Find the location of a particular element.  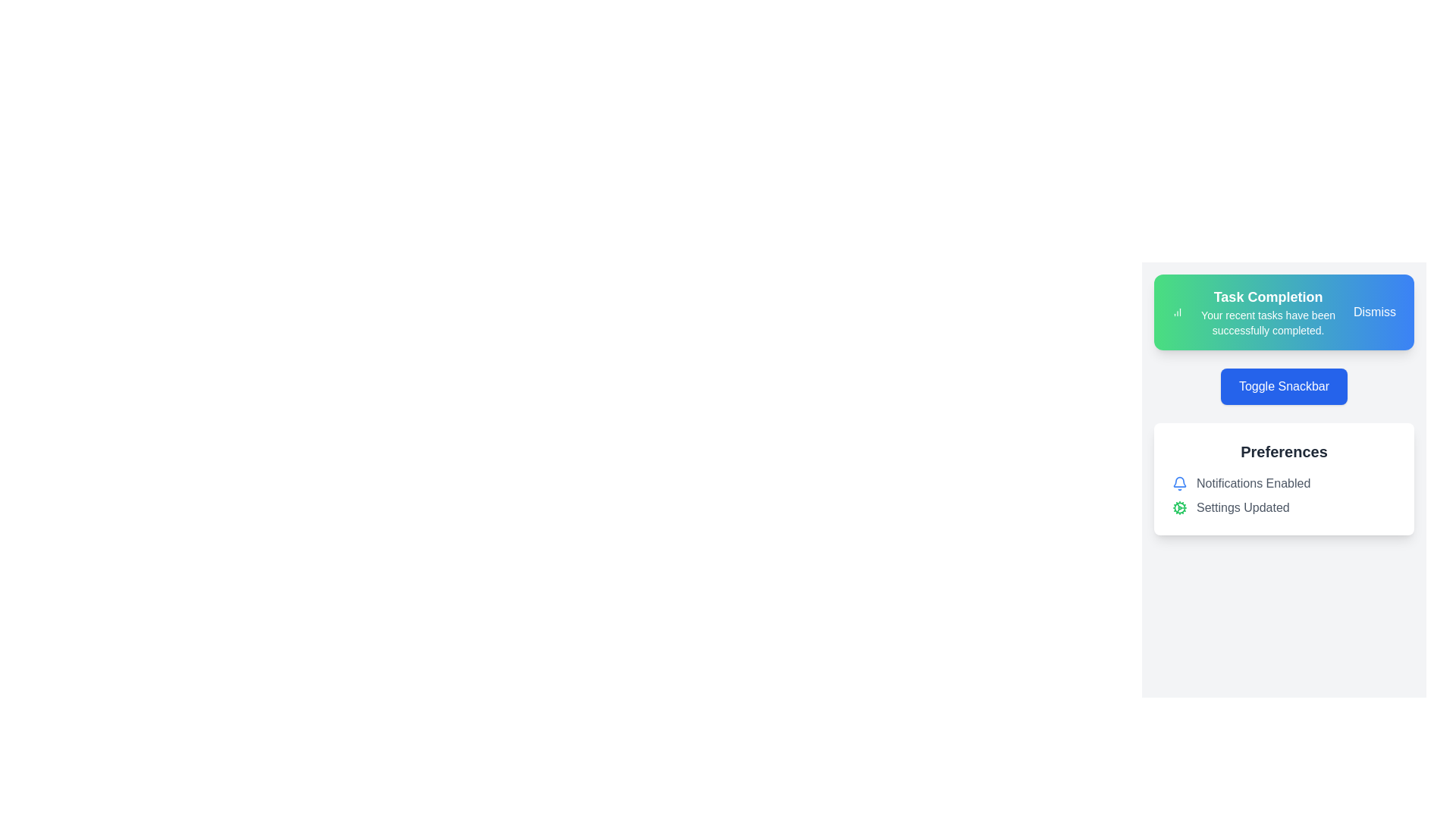

the 'Preferences' section to observe its title and content is located at coordinates (1283, 479).